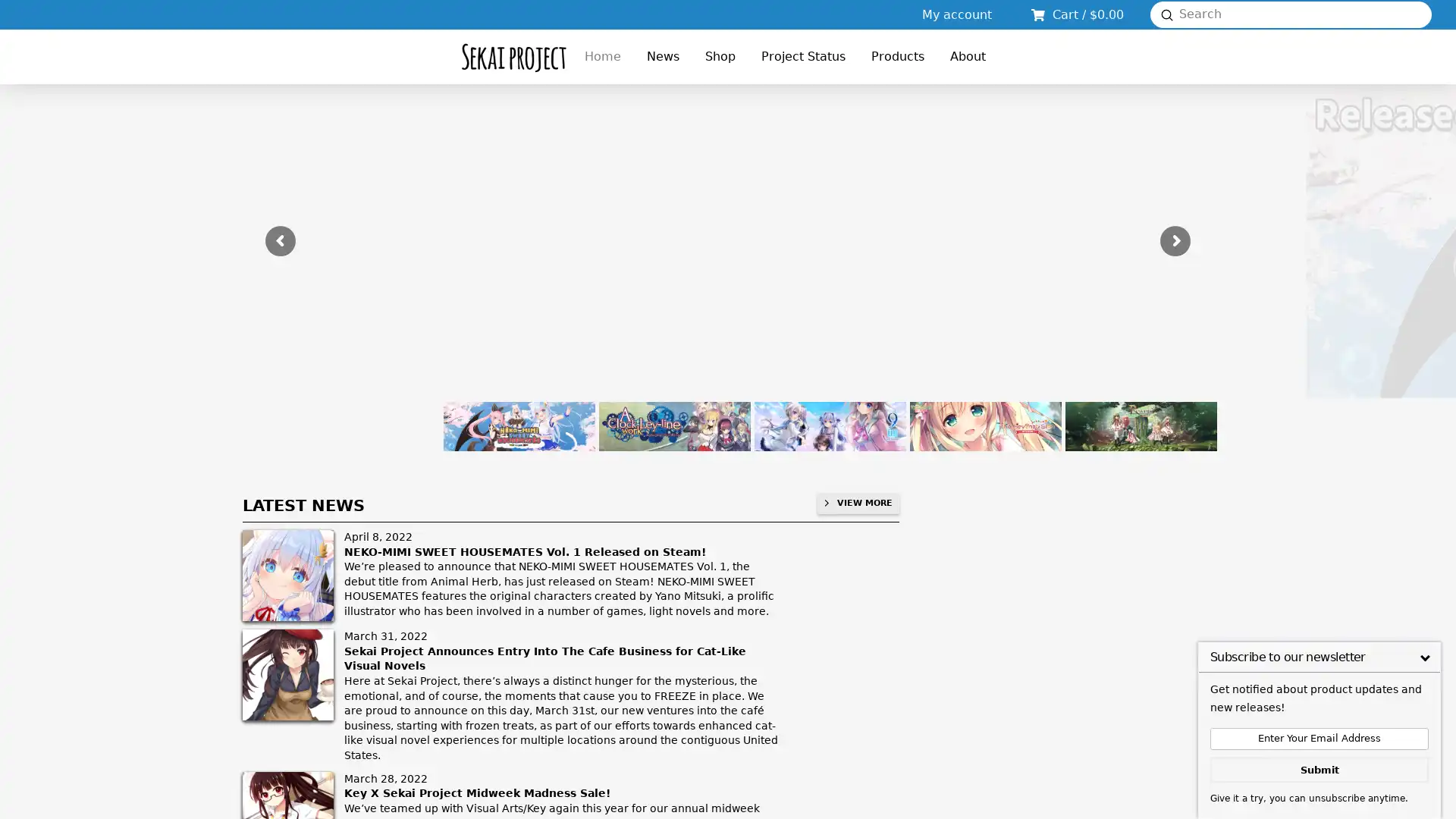 The image size is (1456, 819). Describe the element at coordinates (1166, 14) in the screenshot. I see `Submit` at that location.